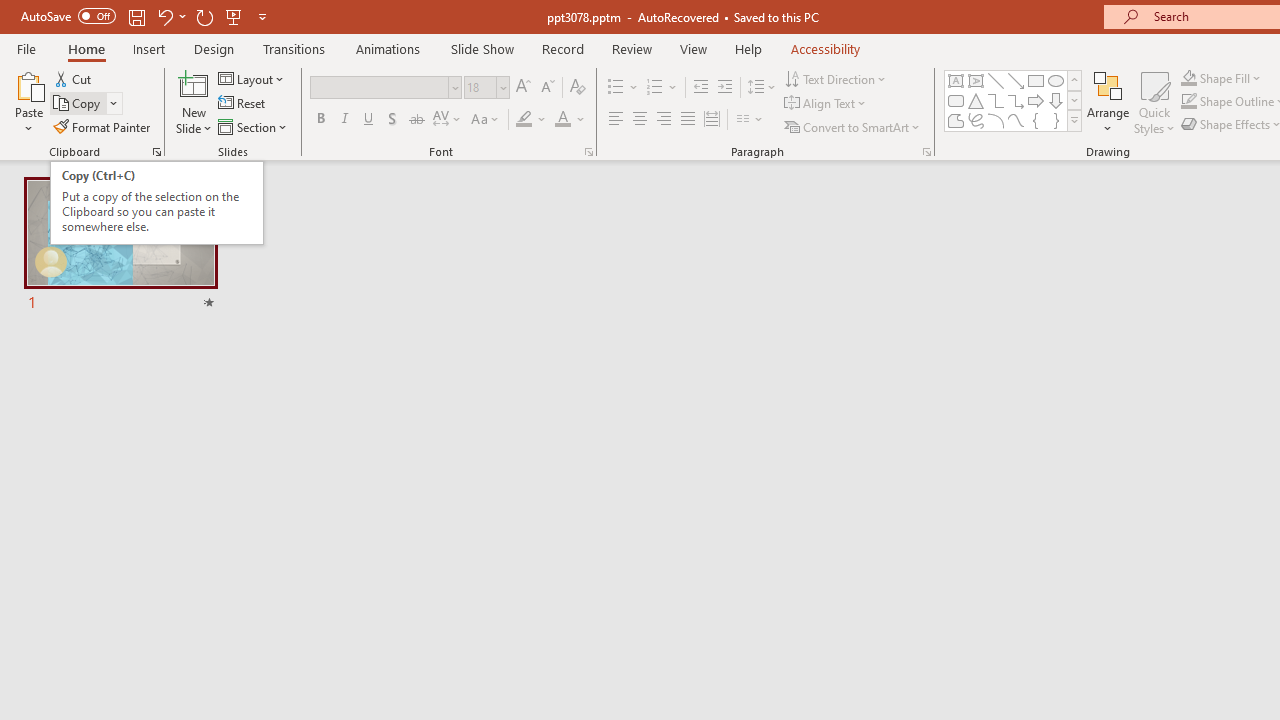 This screenshot has height=720, width=1280. What do you see at coordinates (1055, 100) in the screenshot?
I see `'Arrow: Down'` at bounding box center [1055, 100].